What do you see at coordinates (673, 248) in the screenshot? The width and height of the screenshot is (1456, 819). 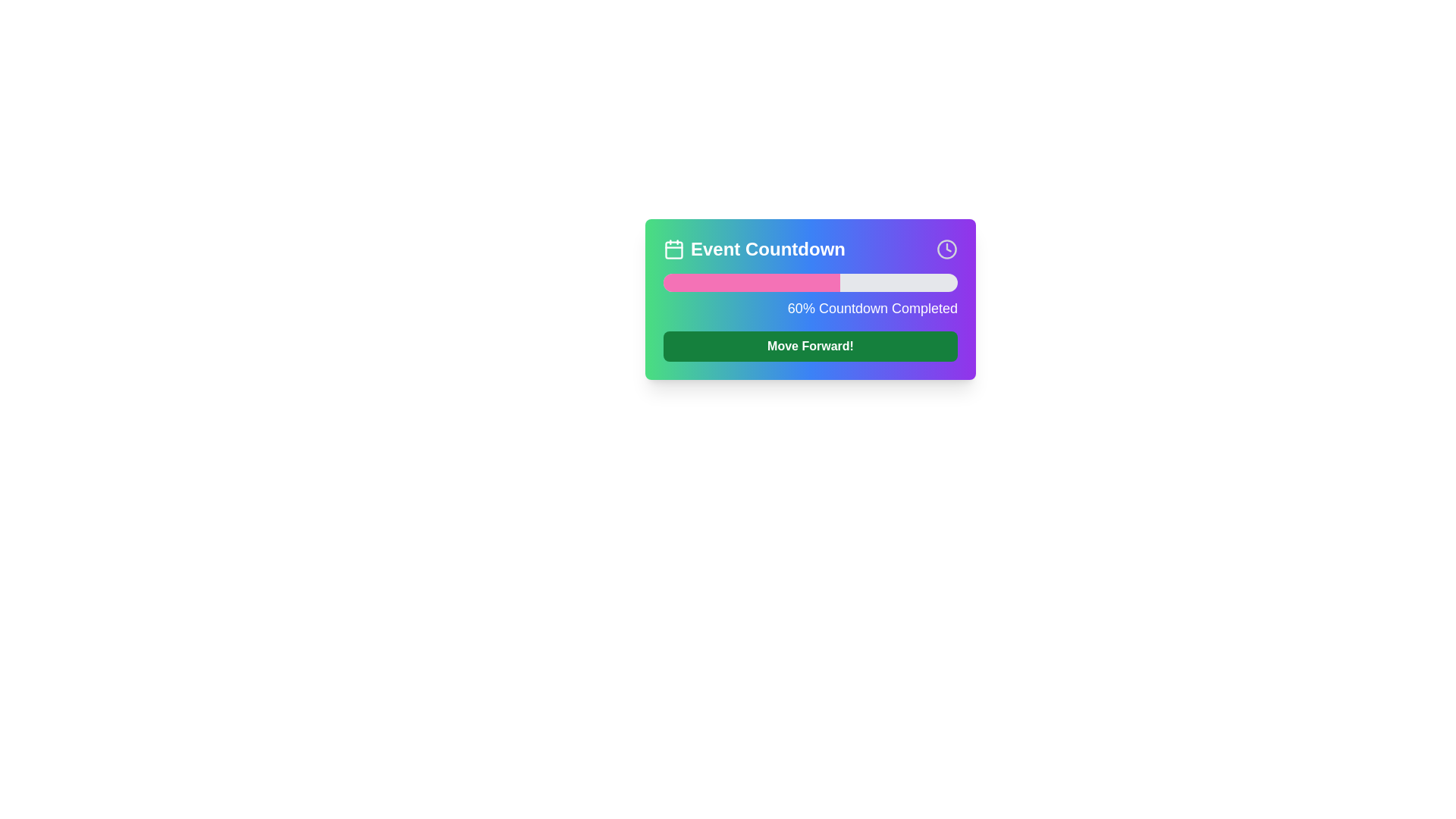 I see `the calendar icon located to the left of the 'Event Countdown' text` at bounding box center [673, 248].